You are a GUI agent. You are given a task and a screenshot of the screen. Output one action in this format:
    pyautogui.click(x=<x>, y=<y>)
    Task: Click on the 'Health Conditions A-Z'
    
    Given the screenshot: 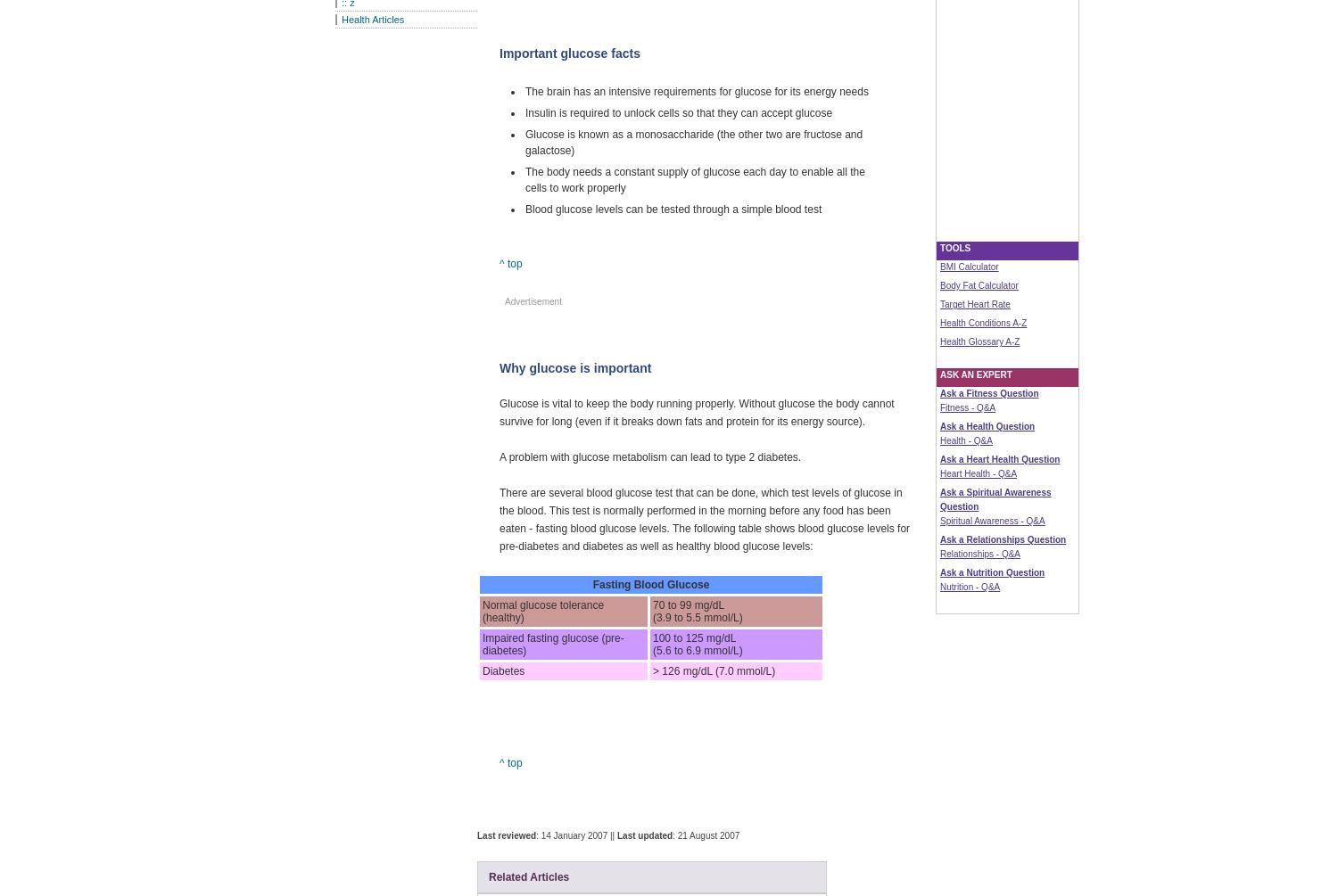 What is the action you would take?
    pyautogui.click(x=982, y=323)
    